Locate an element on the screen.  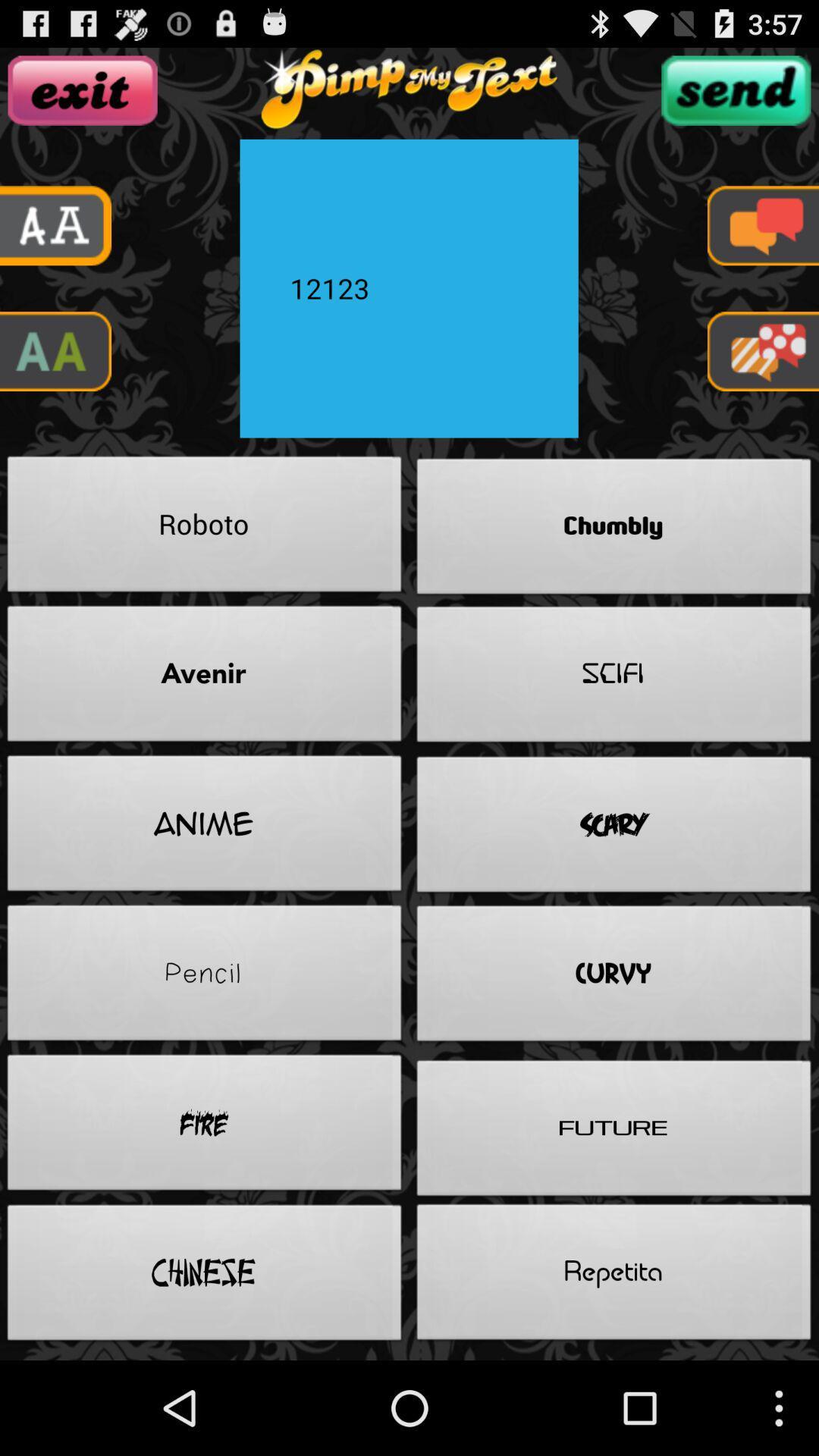
send option is located at coordinates (735, 89).